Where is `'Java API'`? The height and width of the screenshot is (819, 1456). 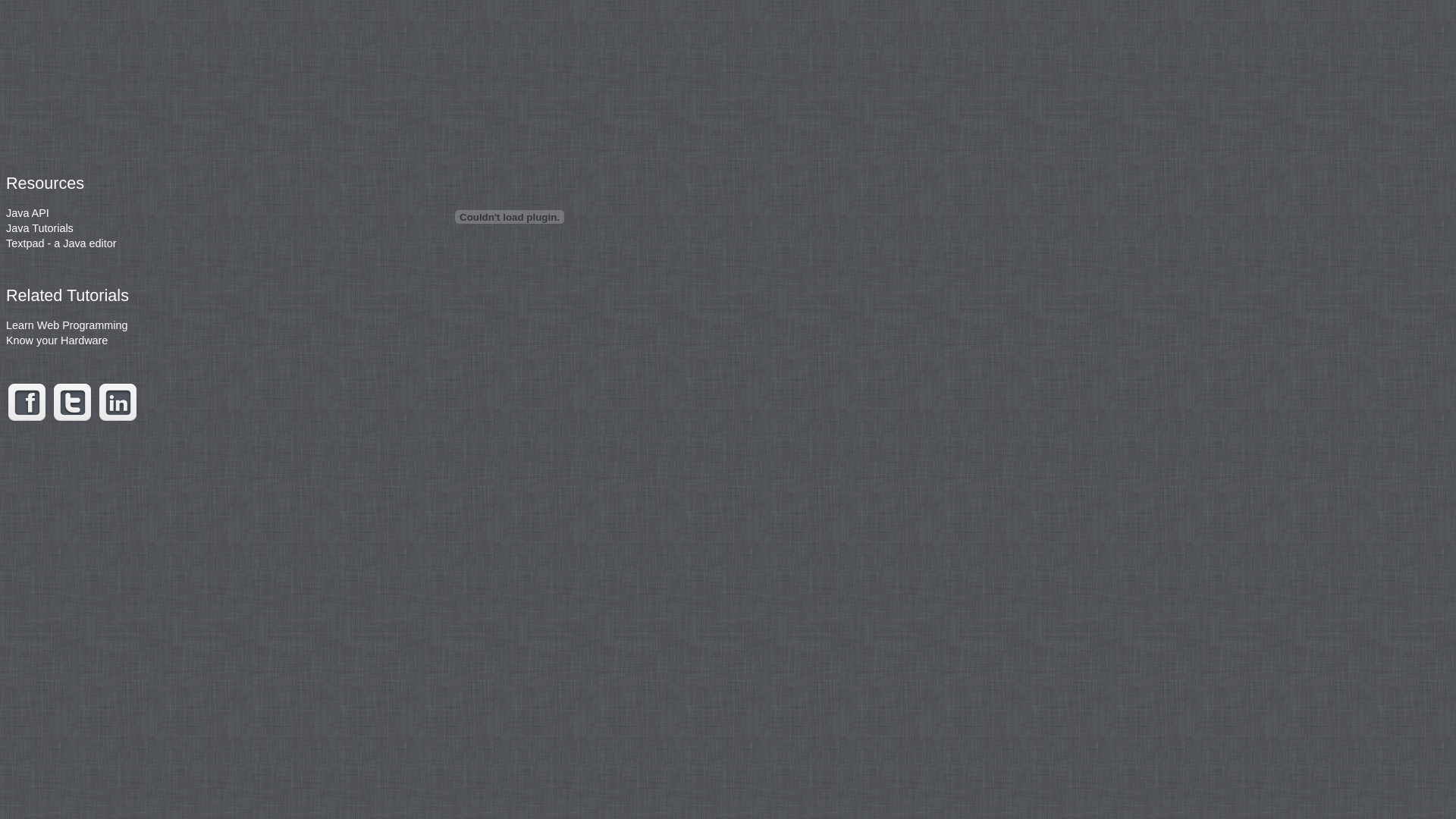
'Java API' is located at coordinates (27, 213).